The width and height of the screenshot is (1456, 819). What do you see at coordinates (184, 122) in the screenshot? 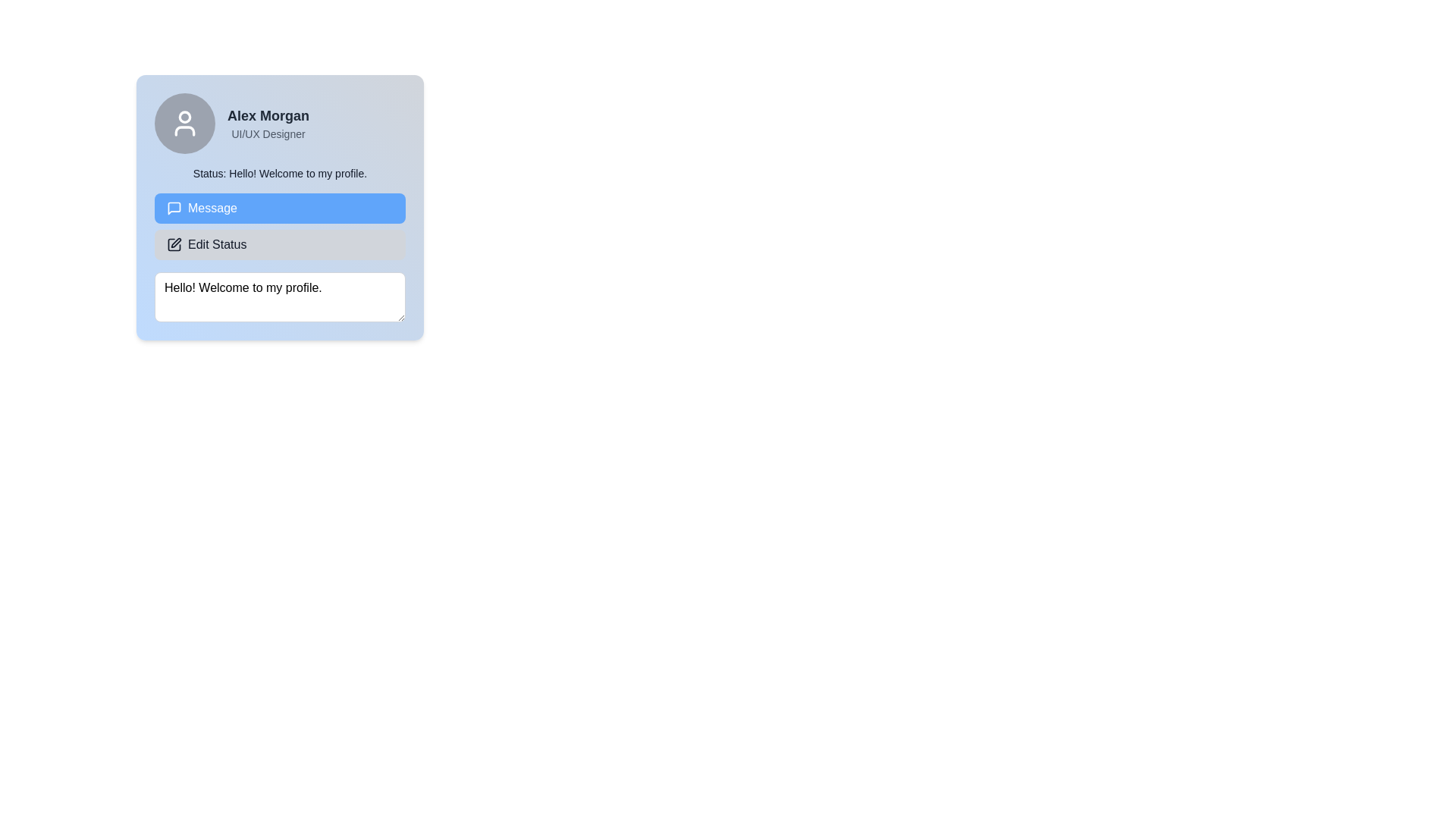
I see `the user's profile picture or avatar, which is a graphic icon located at the center of a circular background near the top-left of the user interface card` at bounding box center [184, 122].